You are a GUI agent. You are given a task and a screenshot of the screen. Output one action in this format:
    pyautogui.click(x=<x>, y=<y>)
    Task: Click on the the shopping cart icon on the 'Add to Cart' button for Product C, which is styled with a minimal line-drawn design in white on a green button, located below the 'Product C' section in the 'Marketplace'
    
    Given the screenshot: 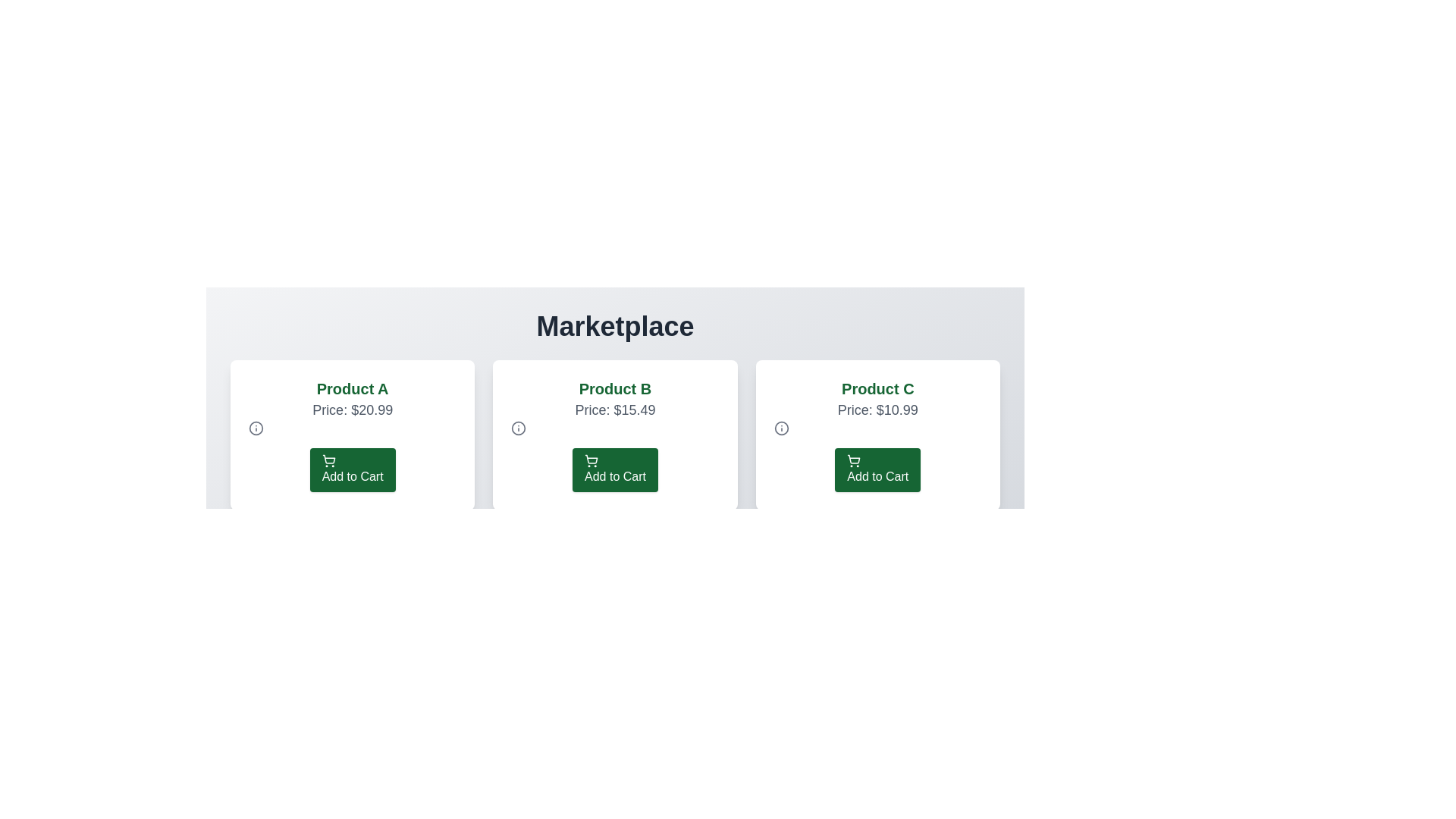 What is the action you would take?
    pyautogui.click(x=854, y=460)
    